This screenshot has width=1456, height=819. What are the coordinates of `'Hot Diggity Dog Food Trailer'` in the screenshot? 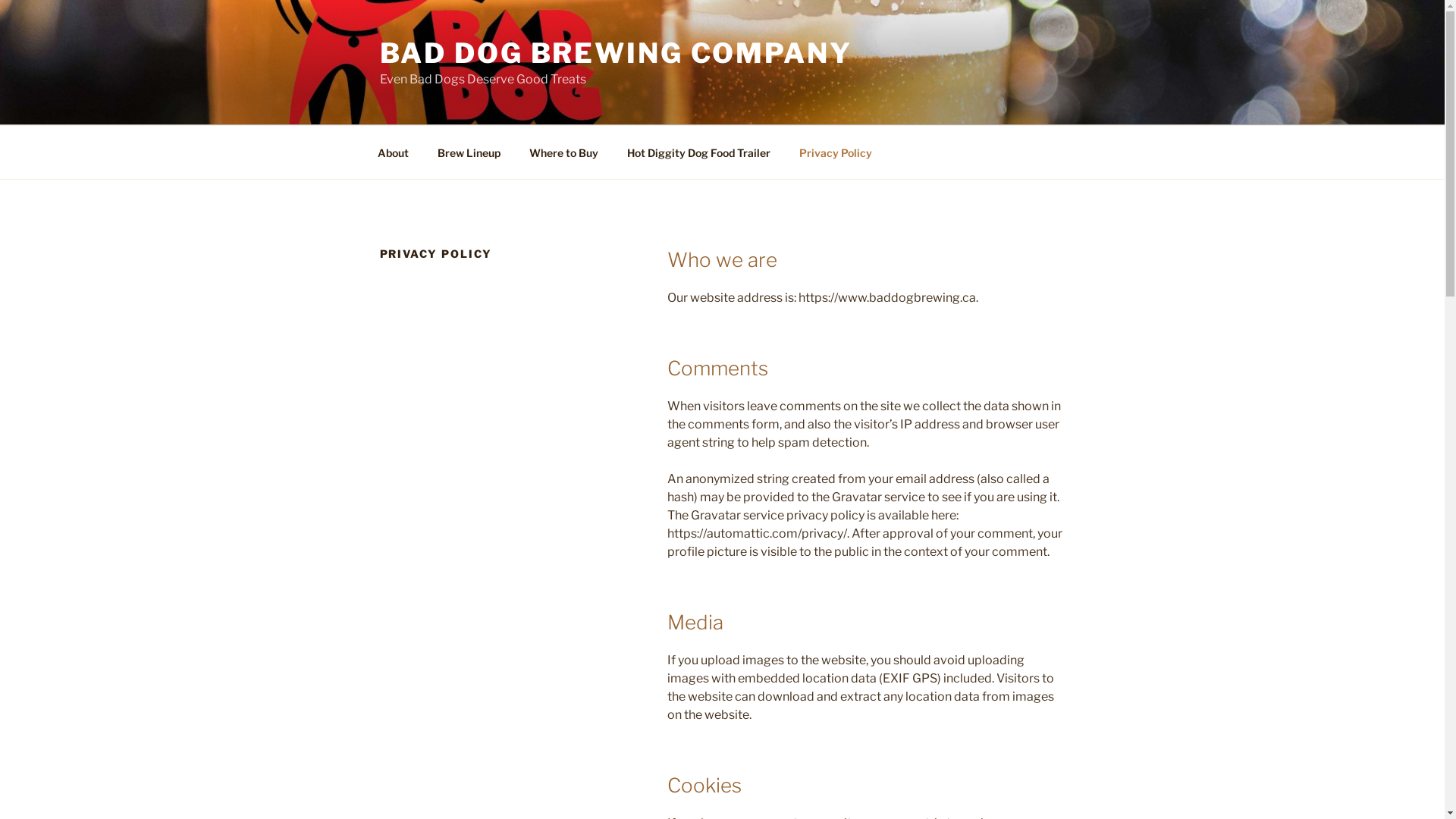 It's located at (698, 152).